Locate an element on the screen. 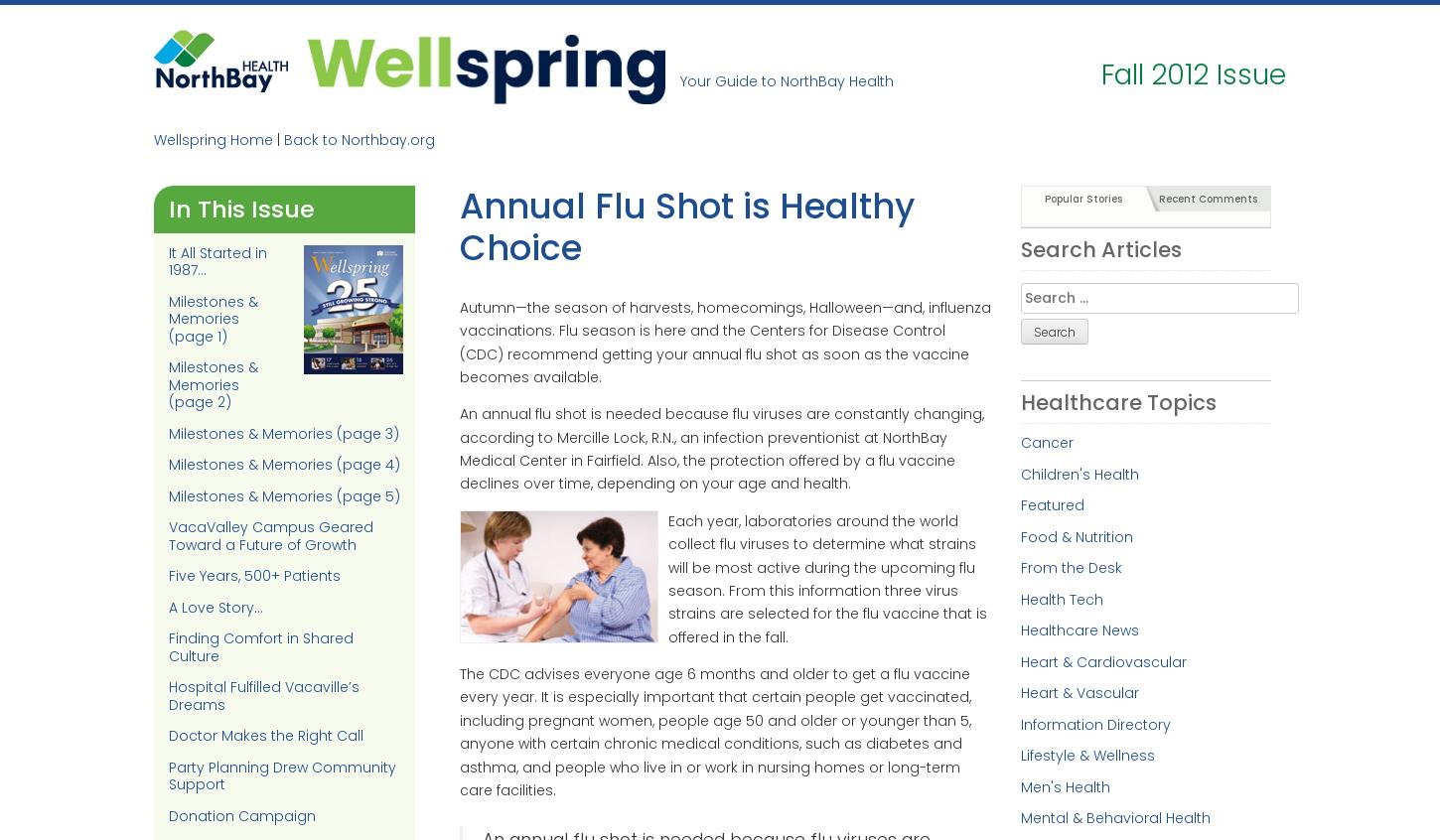 The image size is (1440, 840). 'Health Tech' is located at coordinates (1061, 598).